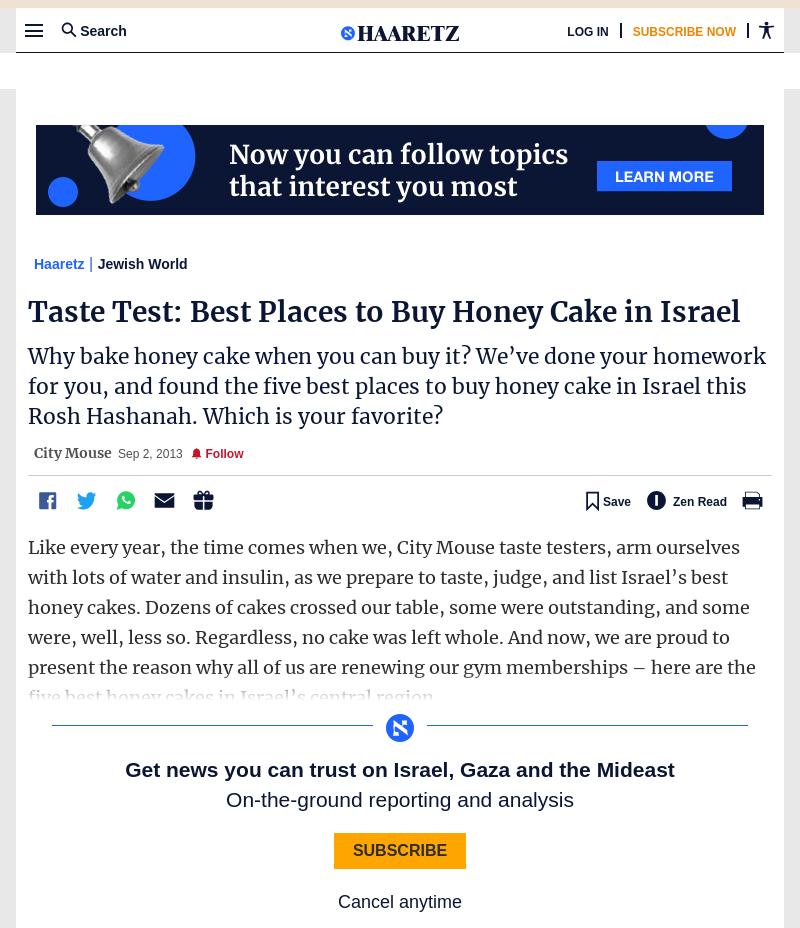 The height and width of the screenshot is (928, 800). What do you see at coordinates (224, 453) in the screenshot?
I see `'Follow'` at bounding box center [224, 453].